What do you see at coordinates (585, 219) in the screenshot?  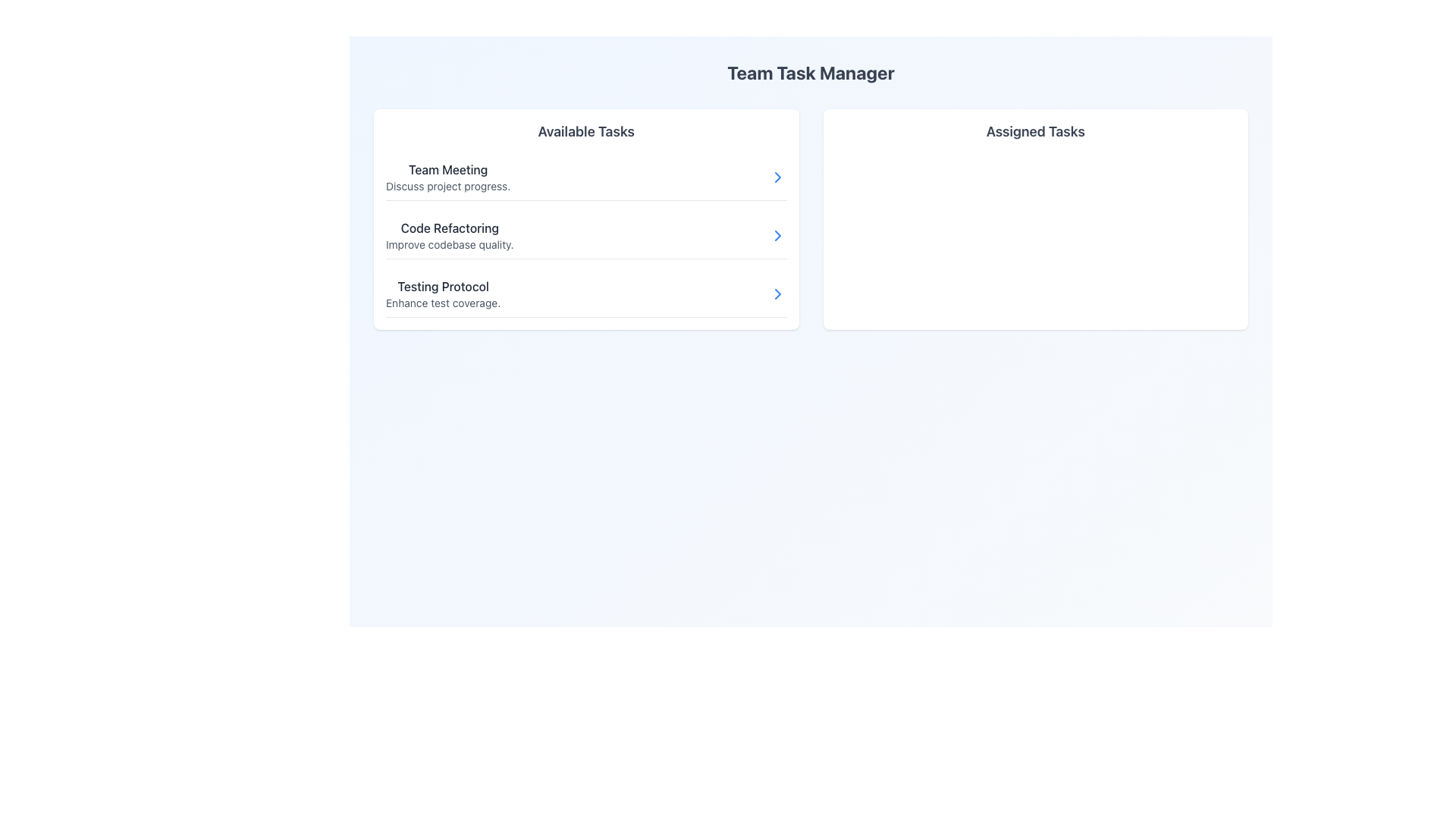 I see `the 'Code Refactoring' task list item, which displays the task details and allows access to additional options` at bounding box center [585, 219].